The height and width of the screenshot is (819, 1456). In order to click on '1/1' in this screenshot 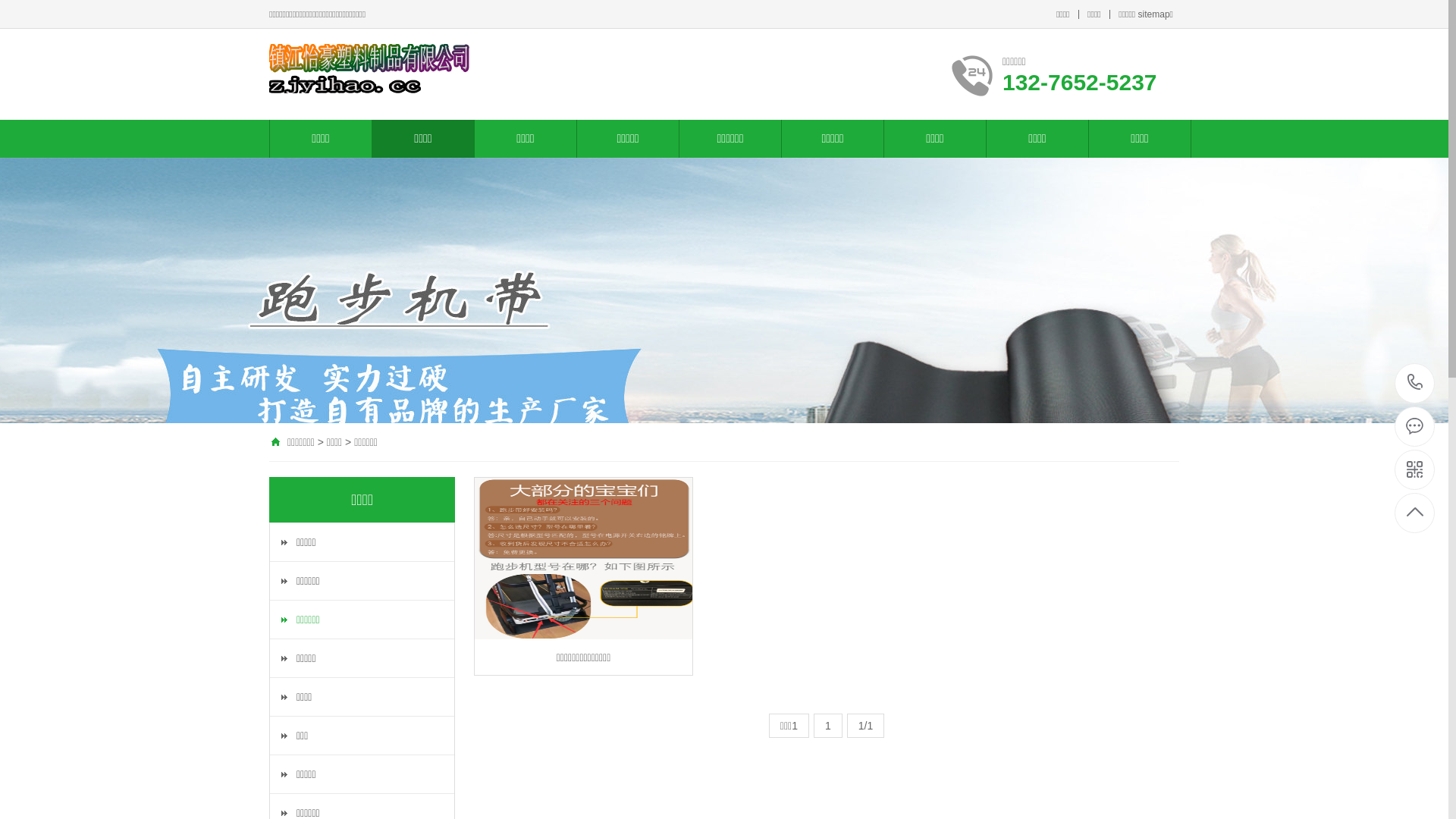, I will do `click(865, 724)`.